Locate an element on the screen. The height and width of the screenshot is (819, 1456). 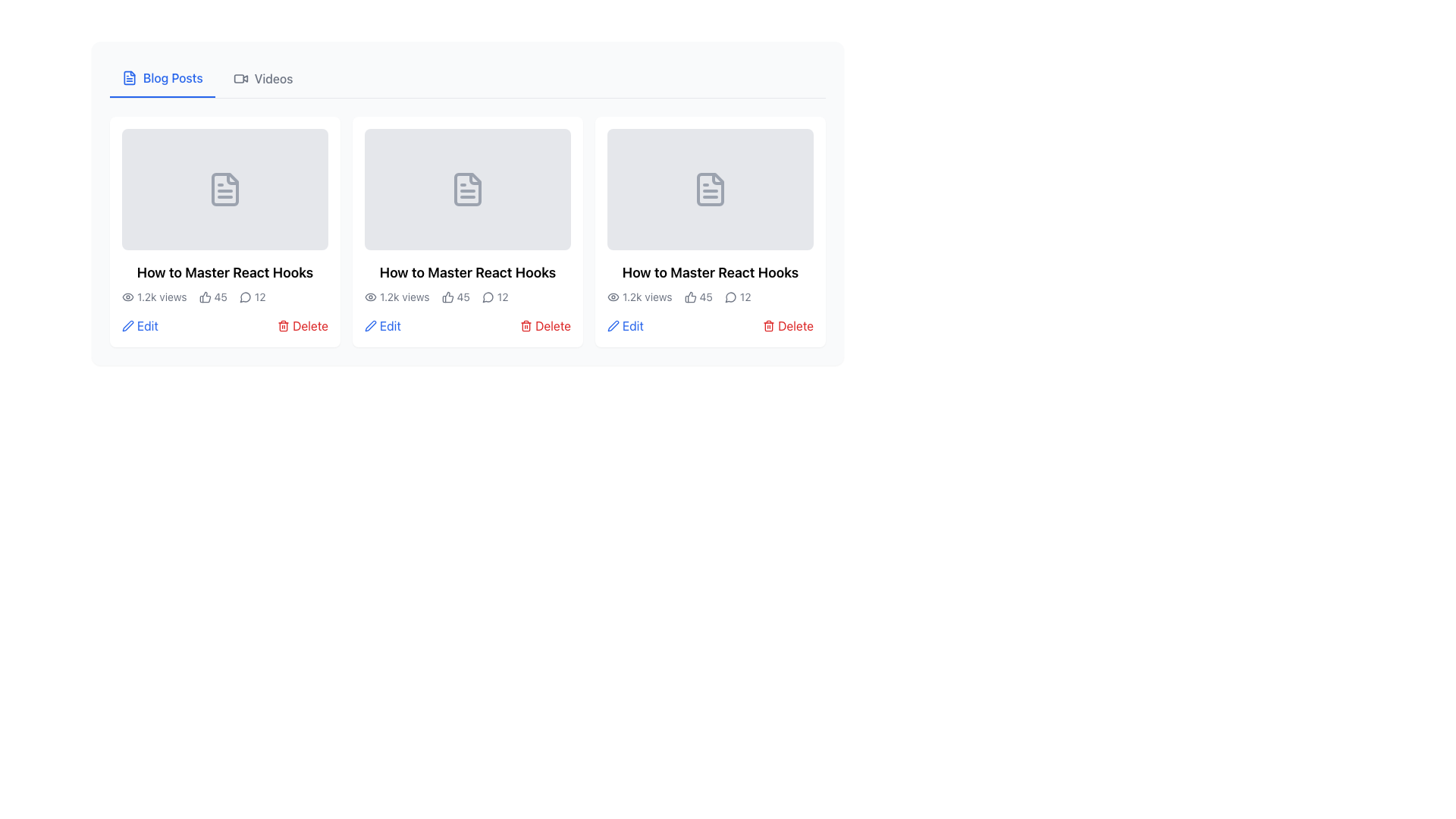
the first tab for navigation labeled 'Blog Posts' is located at coordinates (162, 79).